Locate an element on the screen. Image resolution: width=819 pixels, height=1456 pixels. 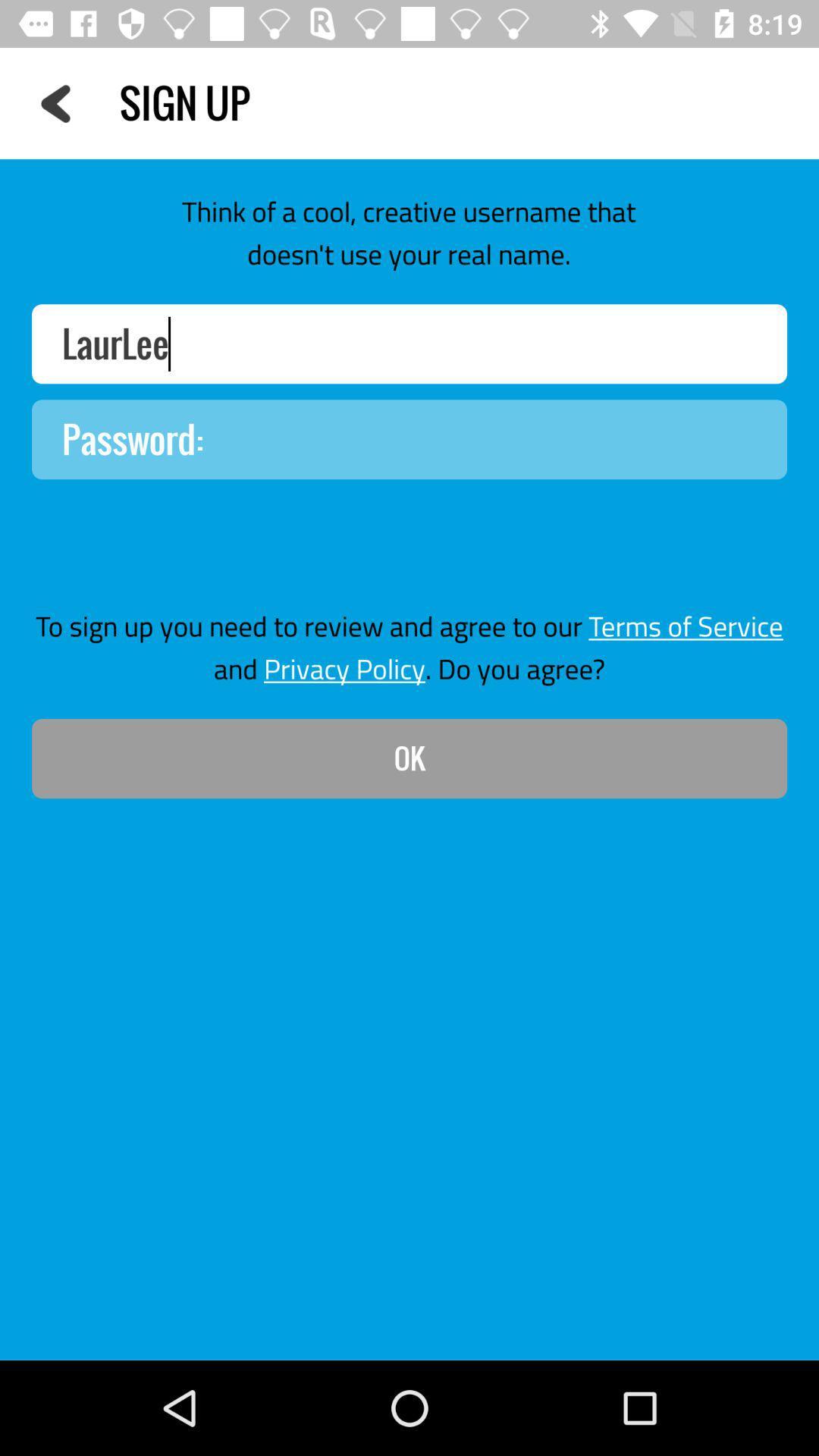
password is located at coordinates (409, 438).